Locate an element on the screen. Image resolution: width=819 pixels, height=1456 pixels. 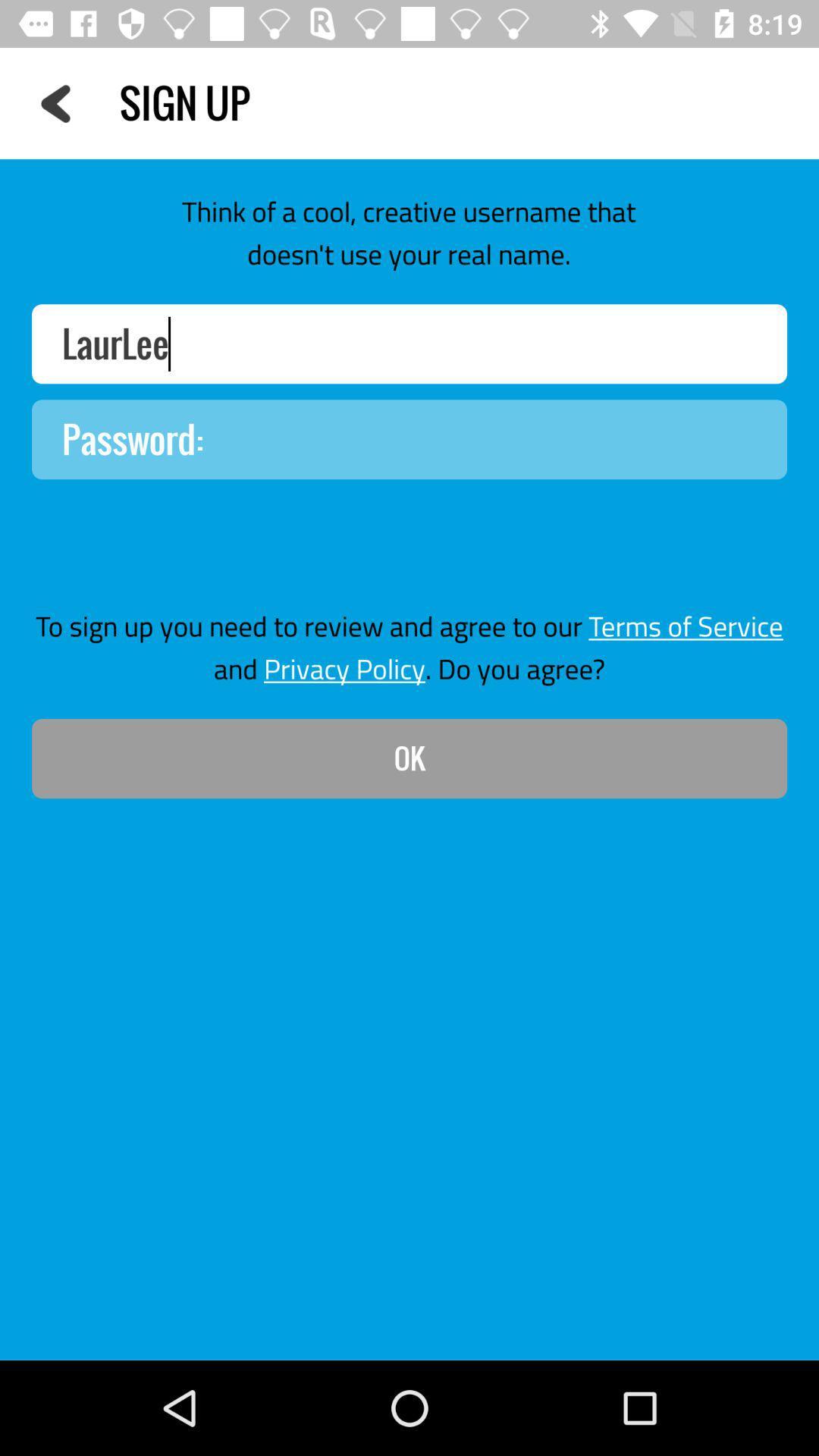
password is located at coordinates (409, 438).